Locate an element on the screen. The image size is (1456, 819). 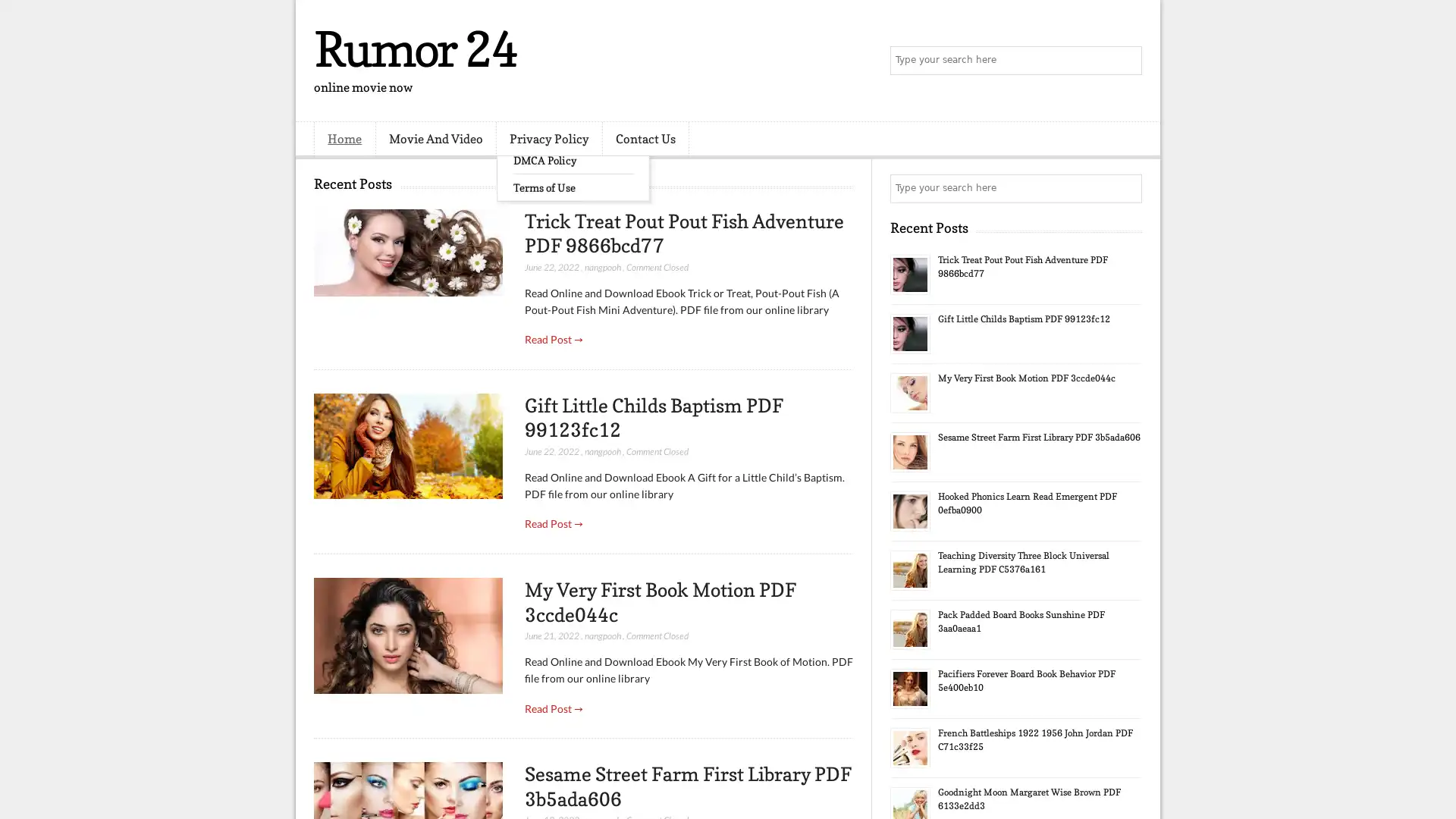
Search is located at coordinates (1126, 61).